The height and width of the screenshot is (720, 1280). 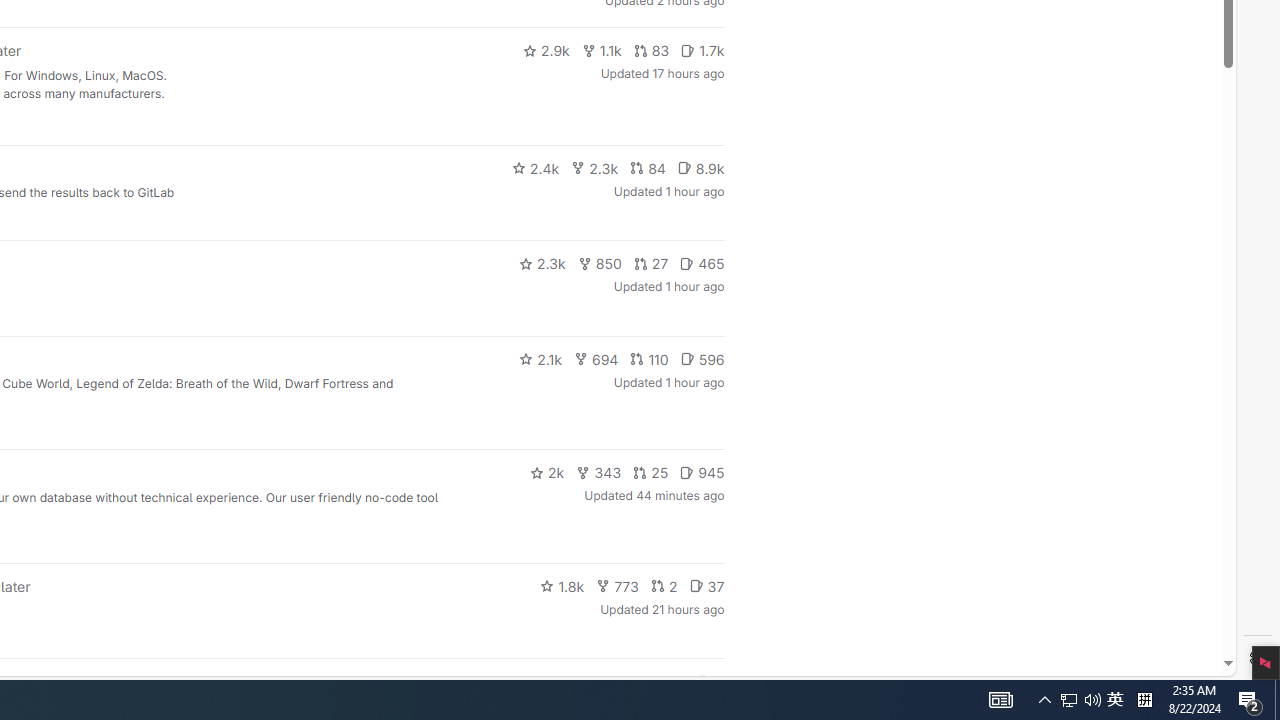 I want to click on '465', so click(x=702, y=262).